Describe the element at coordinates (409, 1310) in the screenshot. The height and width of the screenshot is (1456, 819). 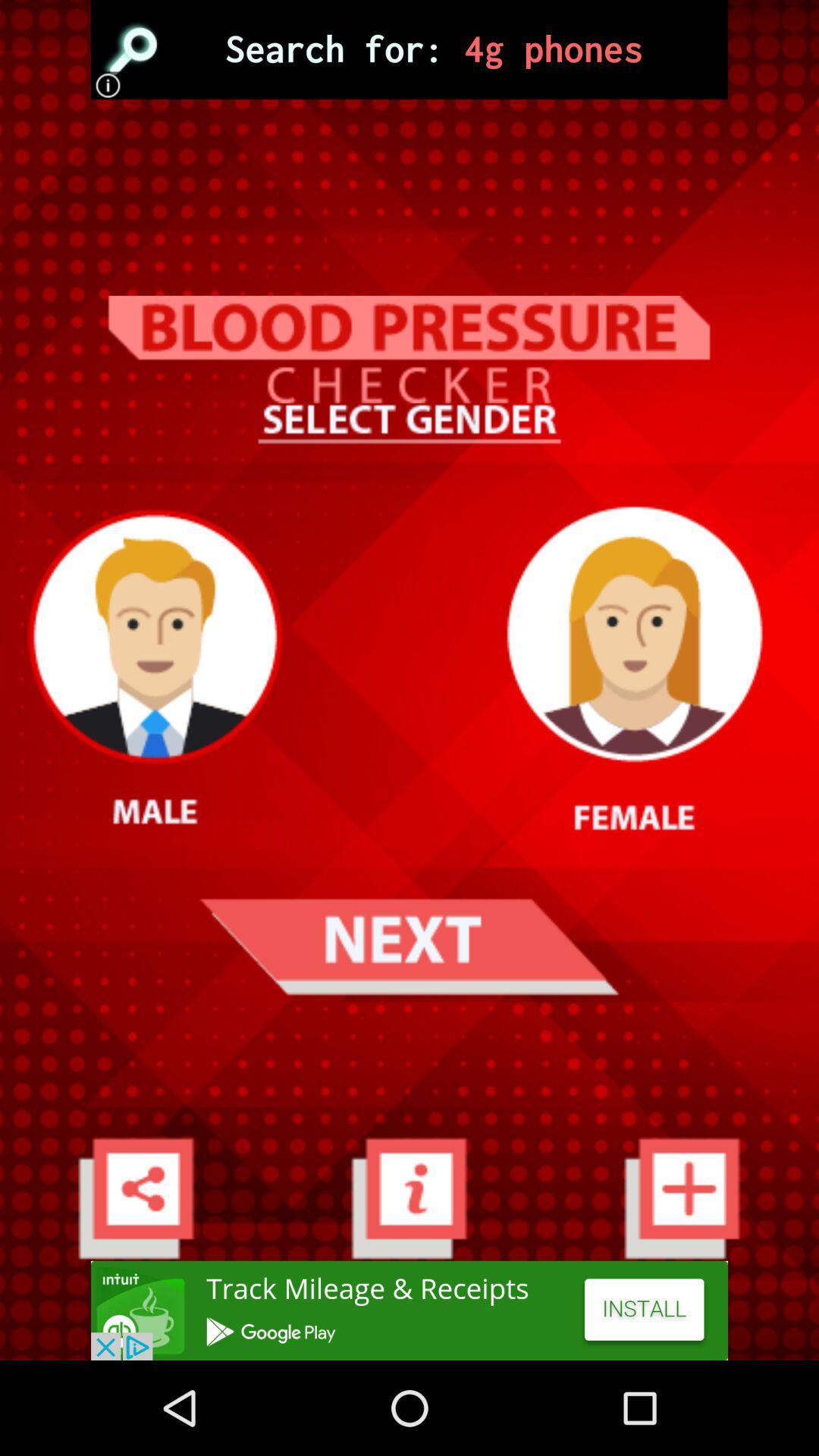
I see `share the article` at that location.